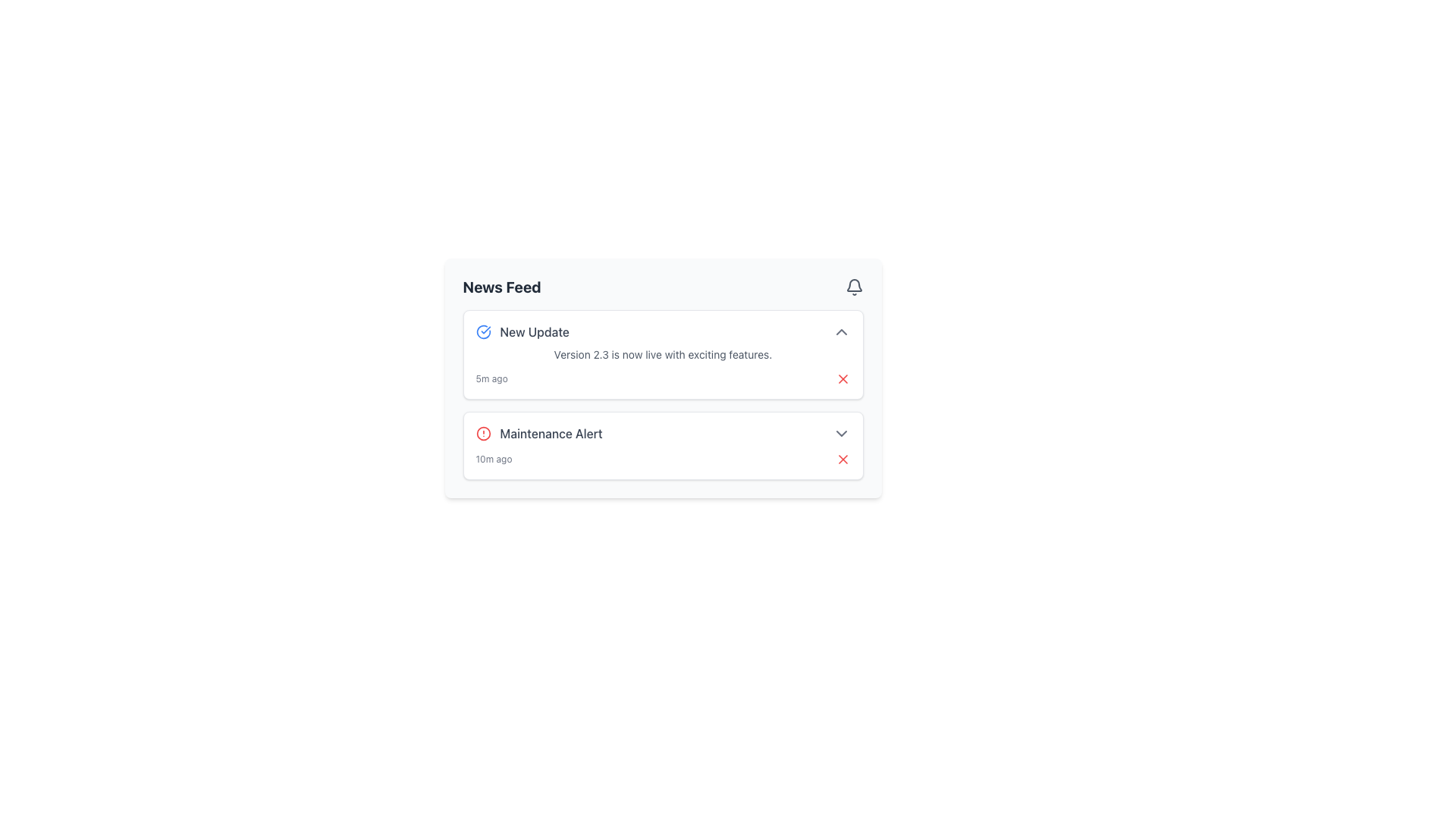  I want to click on the text label reading 'New Update', which is styled with a medium font size and gray color, located to the right of a blue circular checkmark icon, so click(535, 331).